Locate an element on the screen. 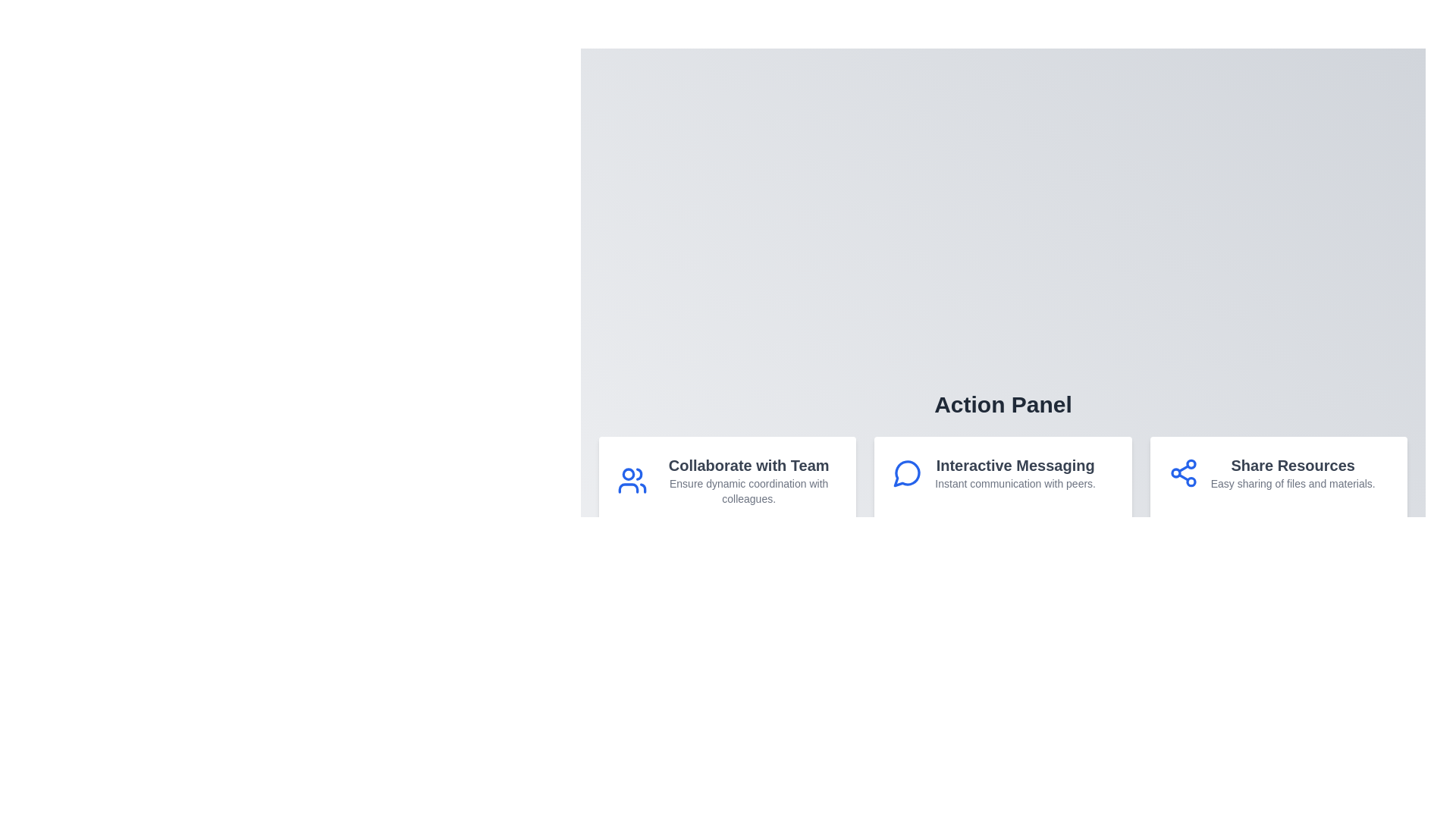 Image resolution: width=1456 pixels, height=819 pixels. the Text Label that introduces the action 'Collaborate with Team', located at the upper portion of the card component is located at coordinates (748, 464).